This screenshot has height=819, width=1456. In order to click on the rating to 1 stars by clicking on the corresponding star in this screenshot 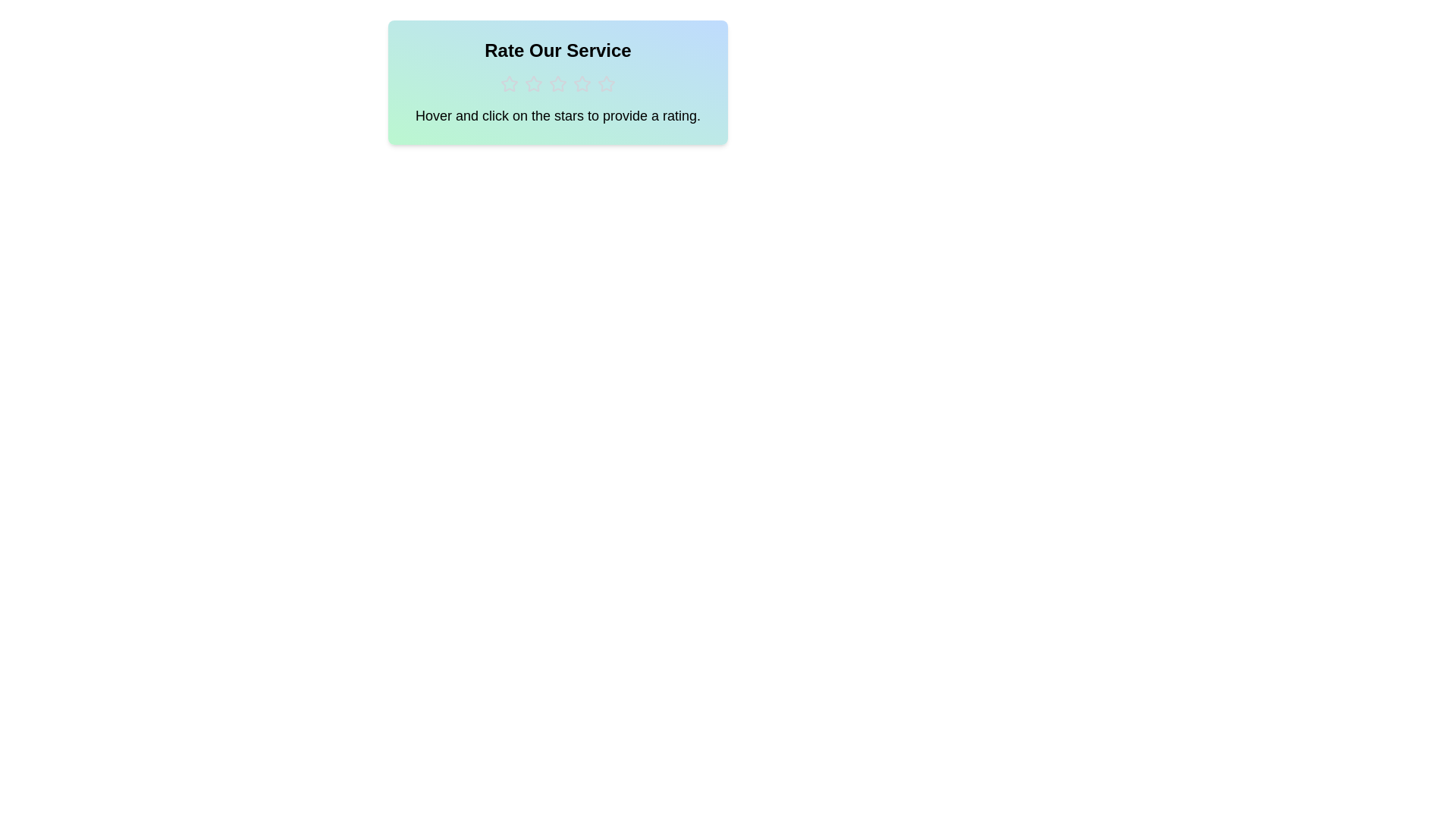, I will do `click(510, 84)`.